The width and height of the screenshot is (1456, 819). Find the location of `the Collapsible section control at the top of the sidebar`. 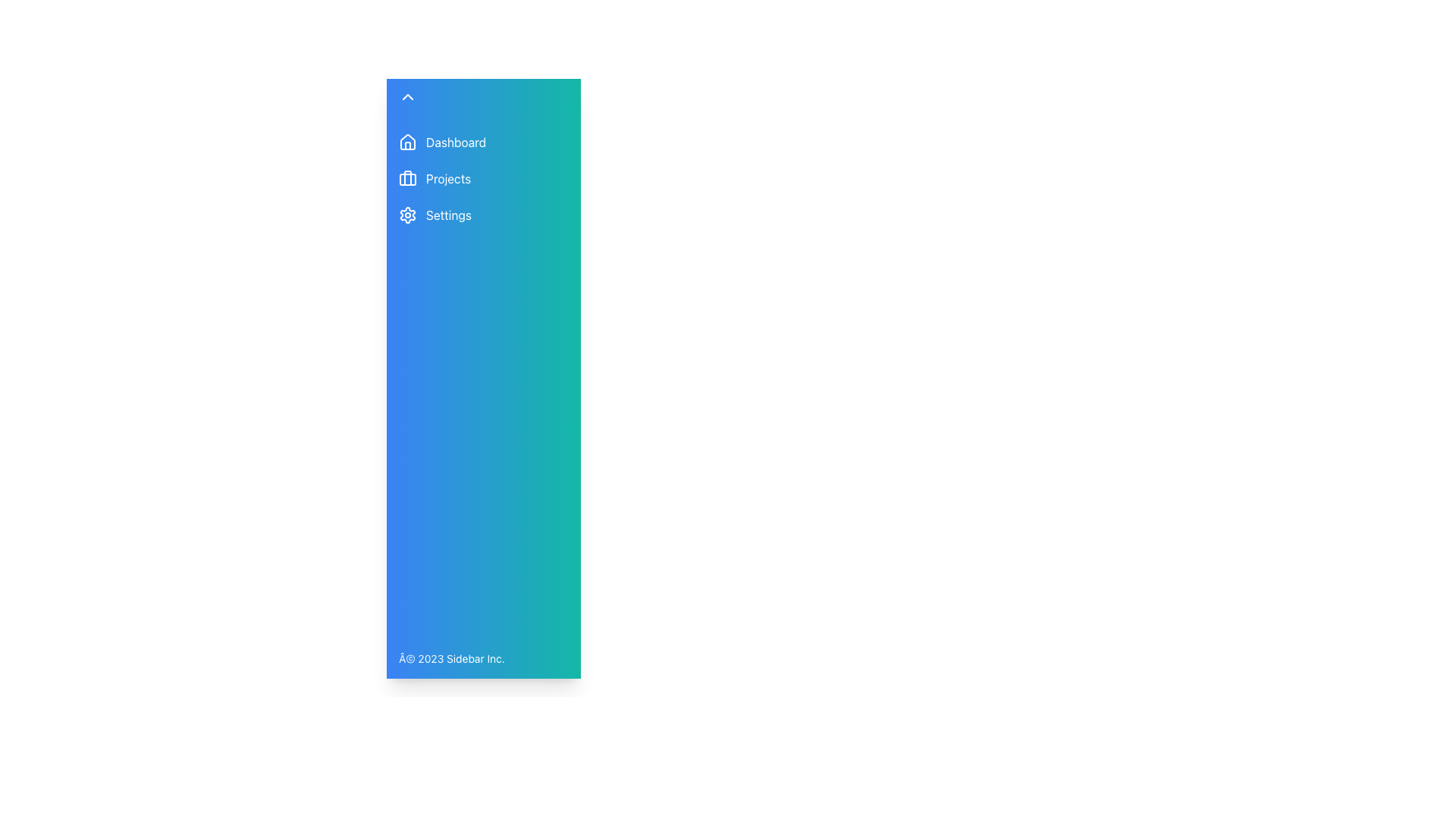

the Collapsible section control at the top of the sidebar is located at coordinates (450, 96).